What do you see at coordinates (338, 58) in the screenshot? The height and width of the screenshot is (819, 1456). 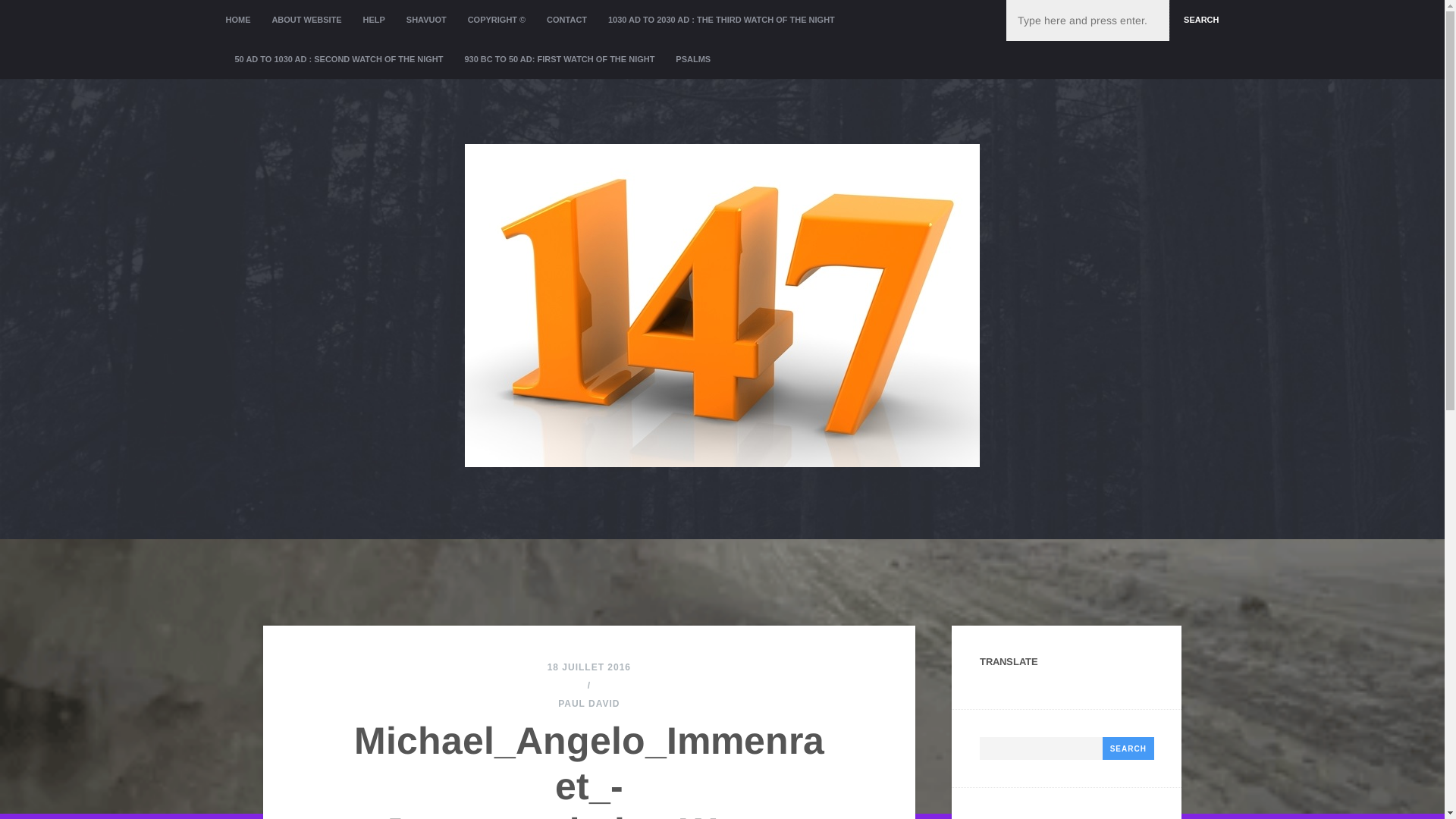 I see `'50 AD TO 1030 AD : SECOND WATCH OF THE NIGHT'` at bounding box center [338, 58].